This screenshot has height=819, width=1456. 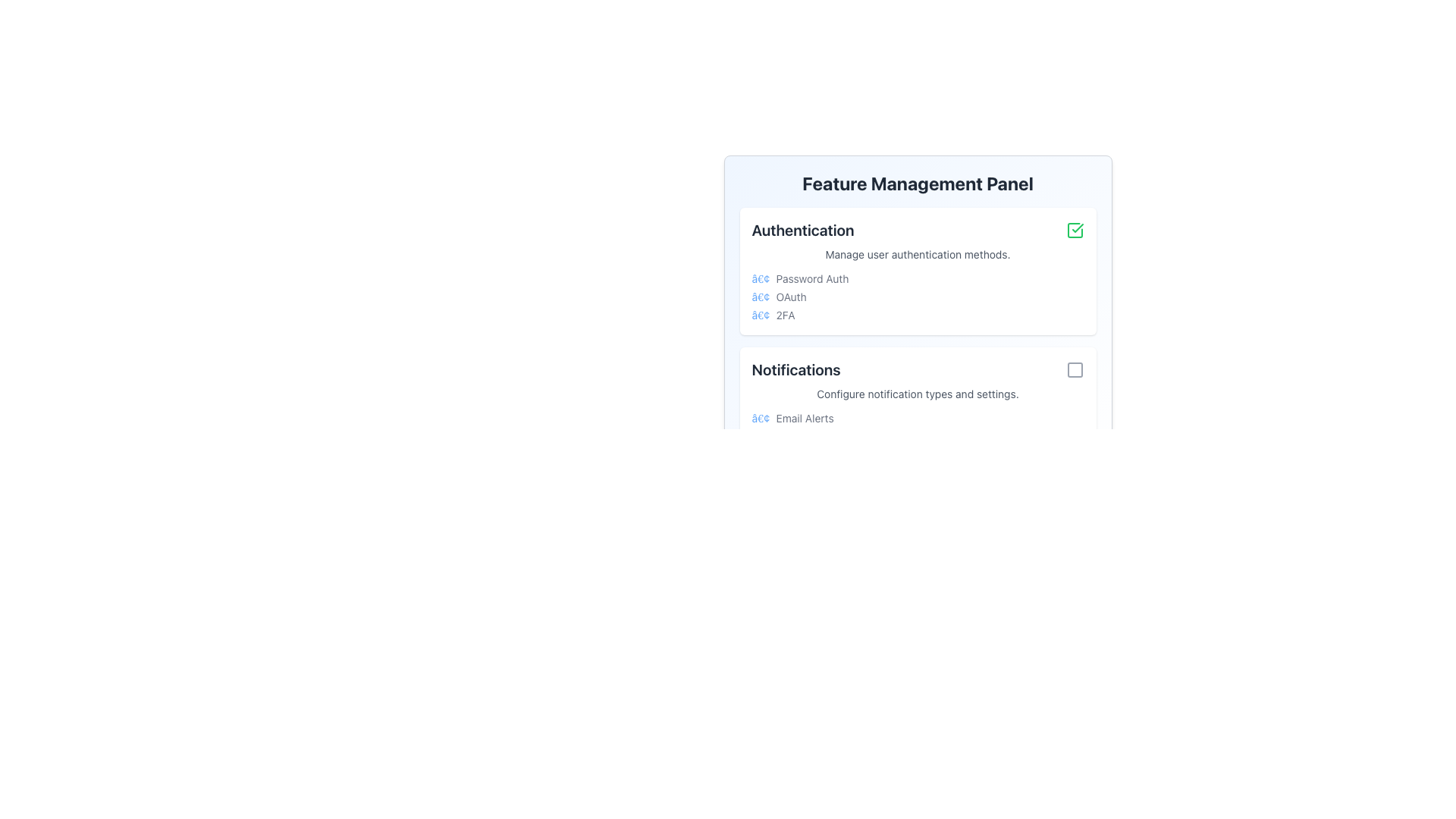 What do you see at coordinates (1074, 370) in the screenshot?
I see `the interactive button for enabling or disabling notifications, located to the right of the 'Notifications' heading` at bounding box center [1074, 370].